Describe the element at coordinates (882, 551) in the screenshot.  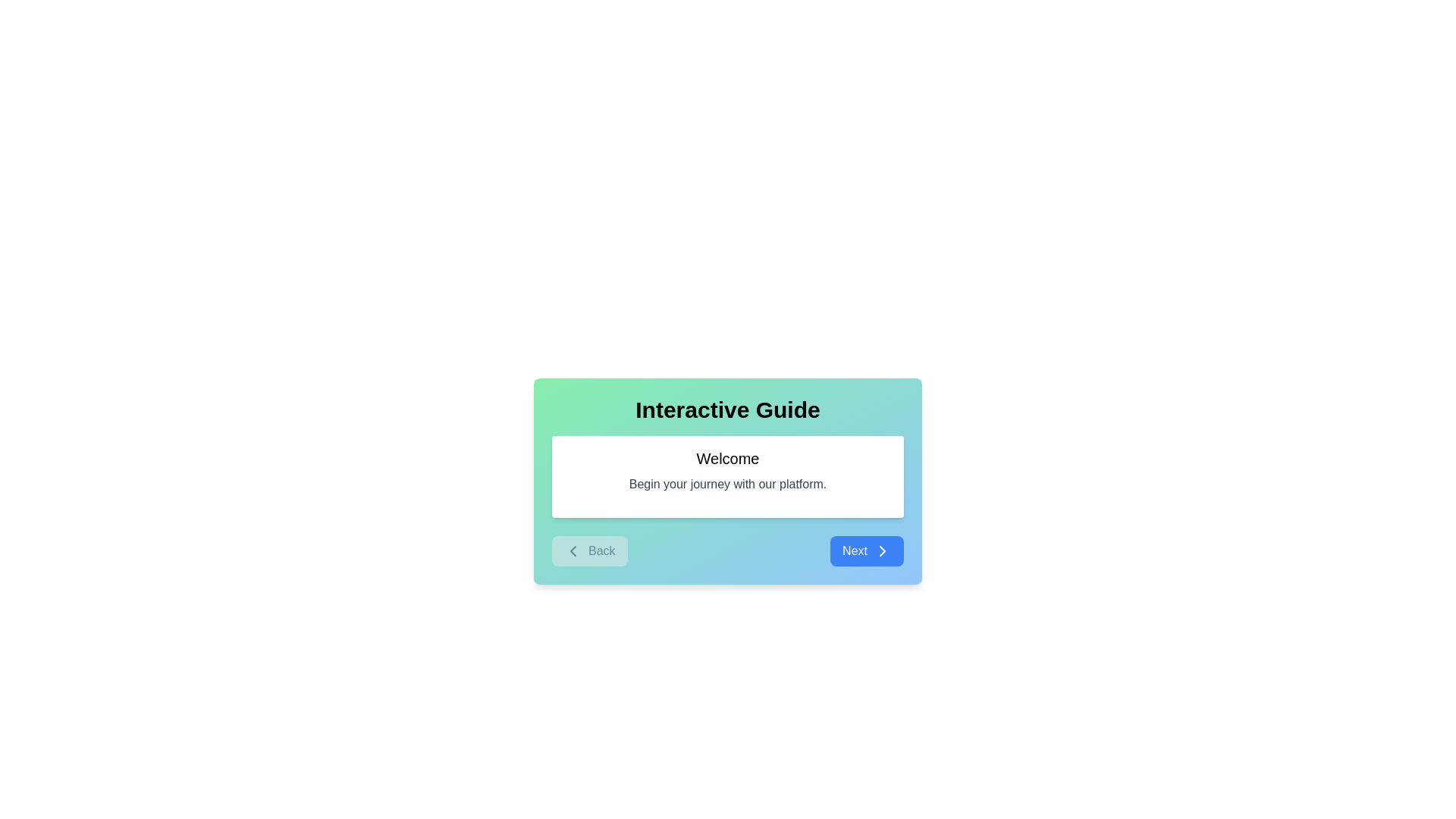
I see `the right-facing chevron arrow icon within the 'Next' button located at the bottom right of the 'Interactive Guide' dialog as a visual cue for navigation` at that location.